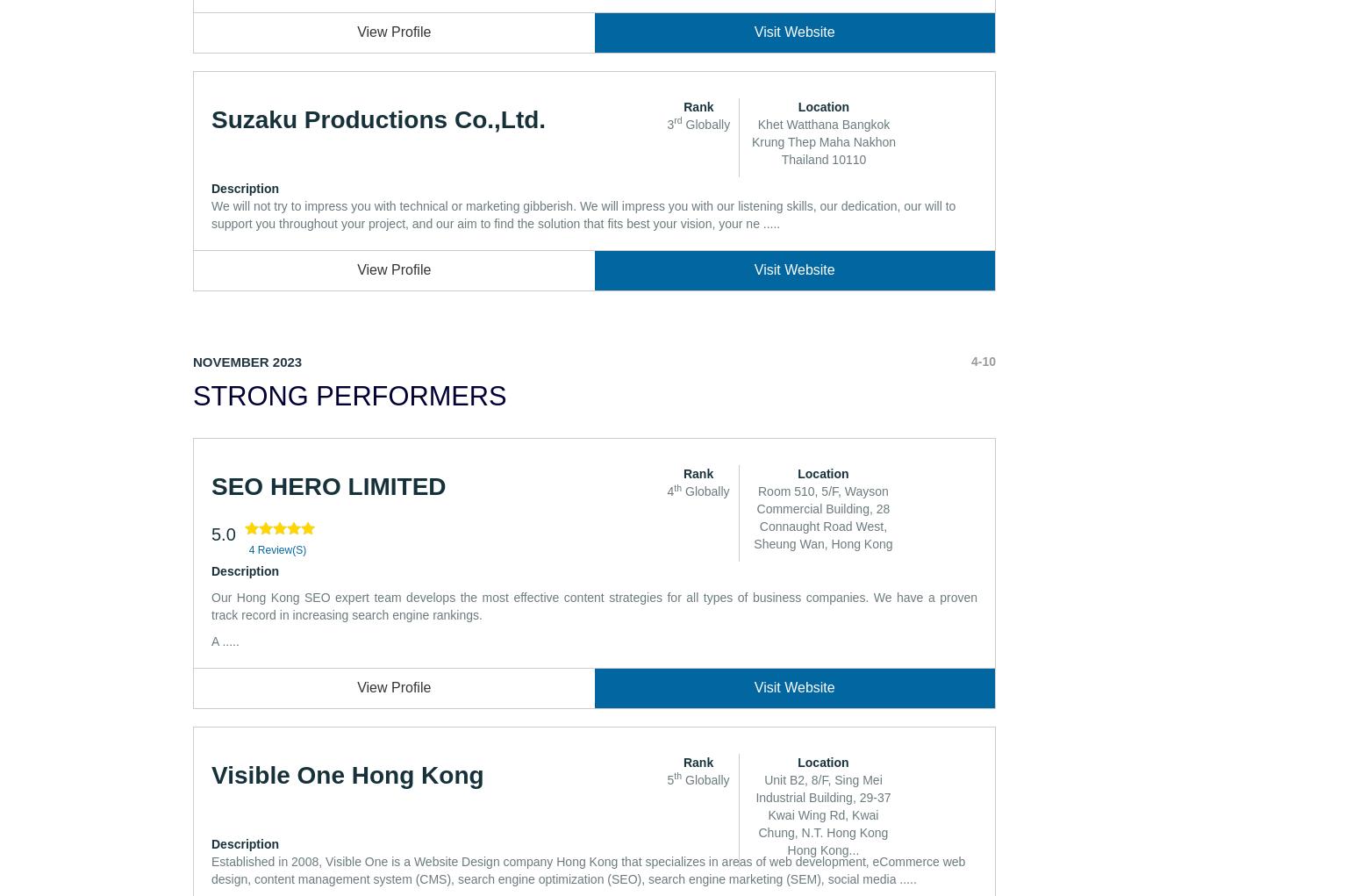 This screenshot has height=896, width=1360. What do you see at coordinates (822, 140) in the screenshot?
I see `'Khet Watthana Bangkok Krung Thep Maha Nakhon Thailand 10110'` at bounding box center [822, 140].